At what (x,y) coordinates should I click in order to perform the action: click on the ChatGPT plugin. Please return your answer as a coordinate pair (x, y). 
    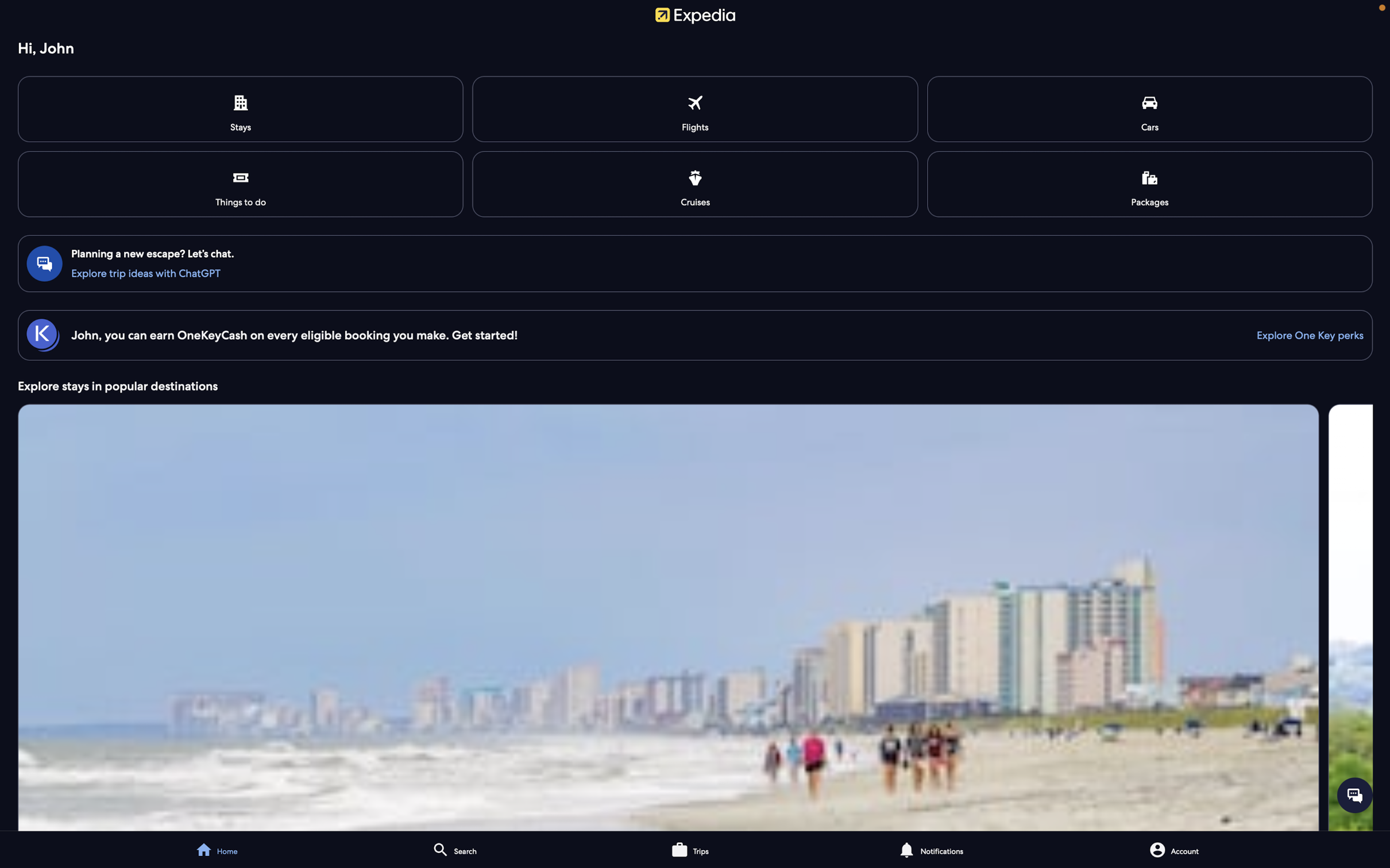
    Looking at the image, I should click on (696, 272).